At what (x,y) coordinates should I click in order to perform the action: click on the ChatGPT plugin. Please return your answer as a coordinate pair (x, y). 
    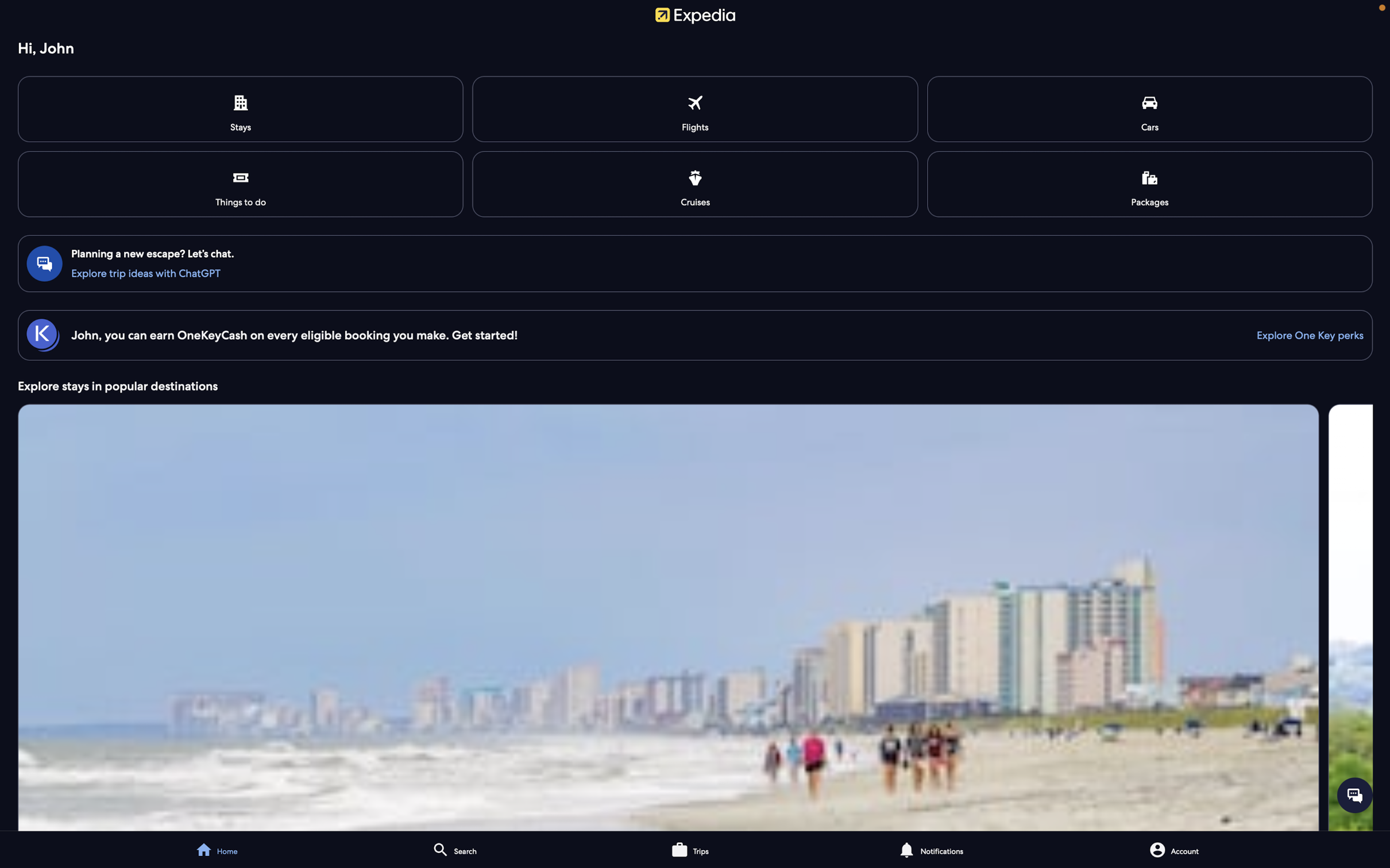
    Looking at the image, I should click on (696, 272).